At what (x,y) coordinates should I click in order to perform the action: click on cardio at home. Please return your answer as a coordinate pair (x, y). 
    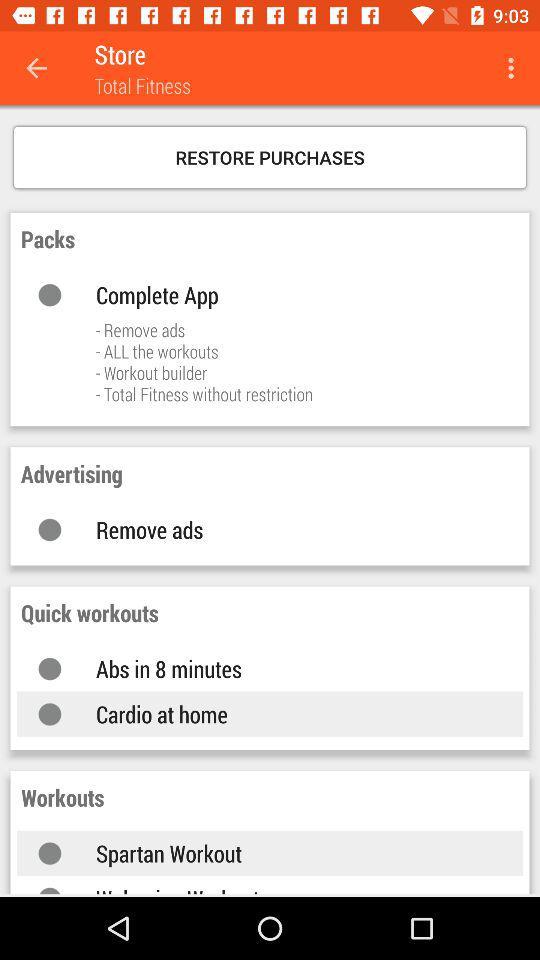
    Looking at the image, I should click on (288, 714).